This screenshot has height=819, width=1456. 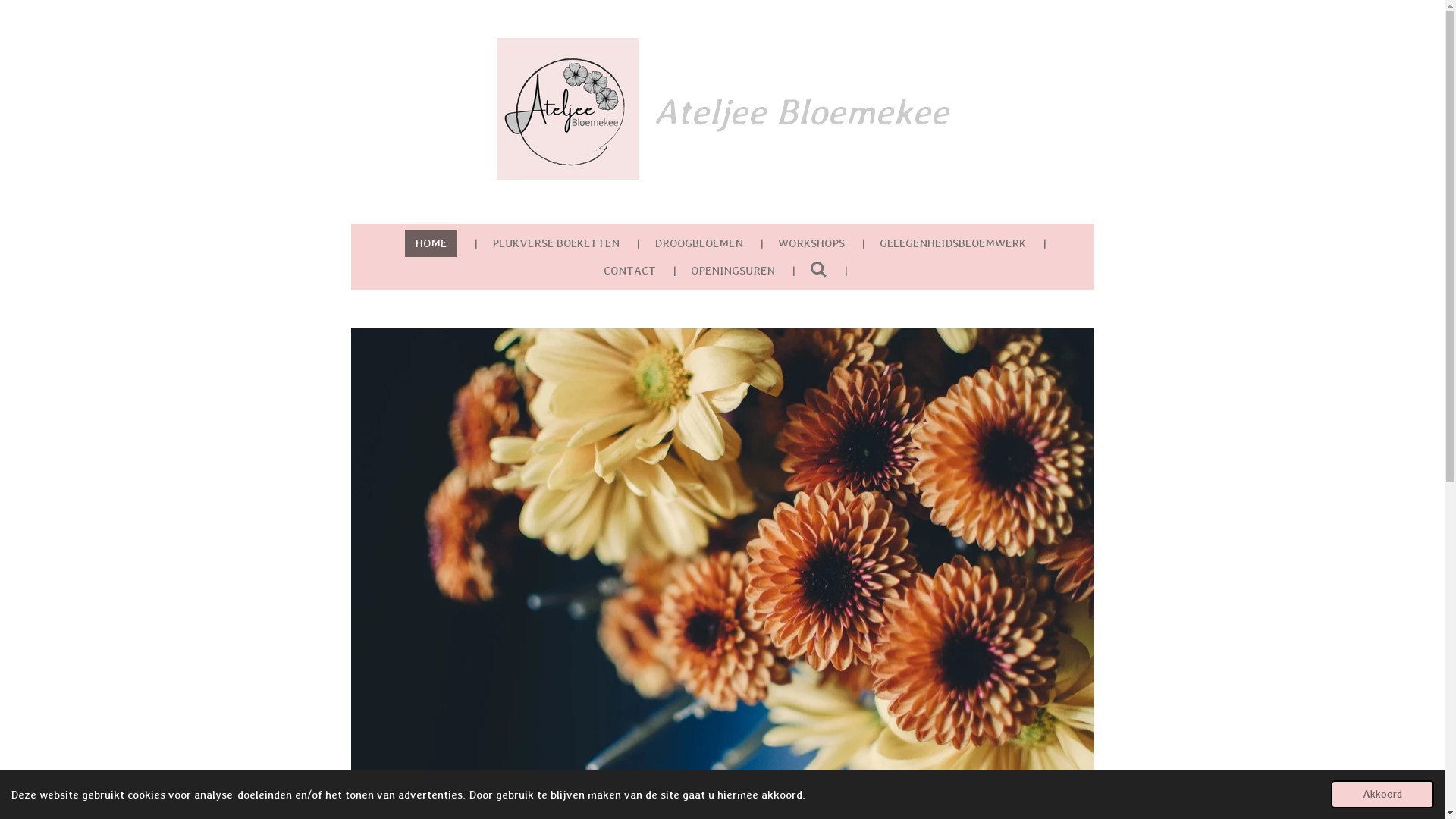 What do you see at coordinates (555, 242) in the screenshot?
I see `'PLUKVERSE BOEKETTEN'` at bounding box center [555, 242].